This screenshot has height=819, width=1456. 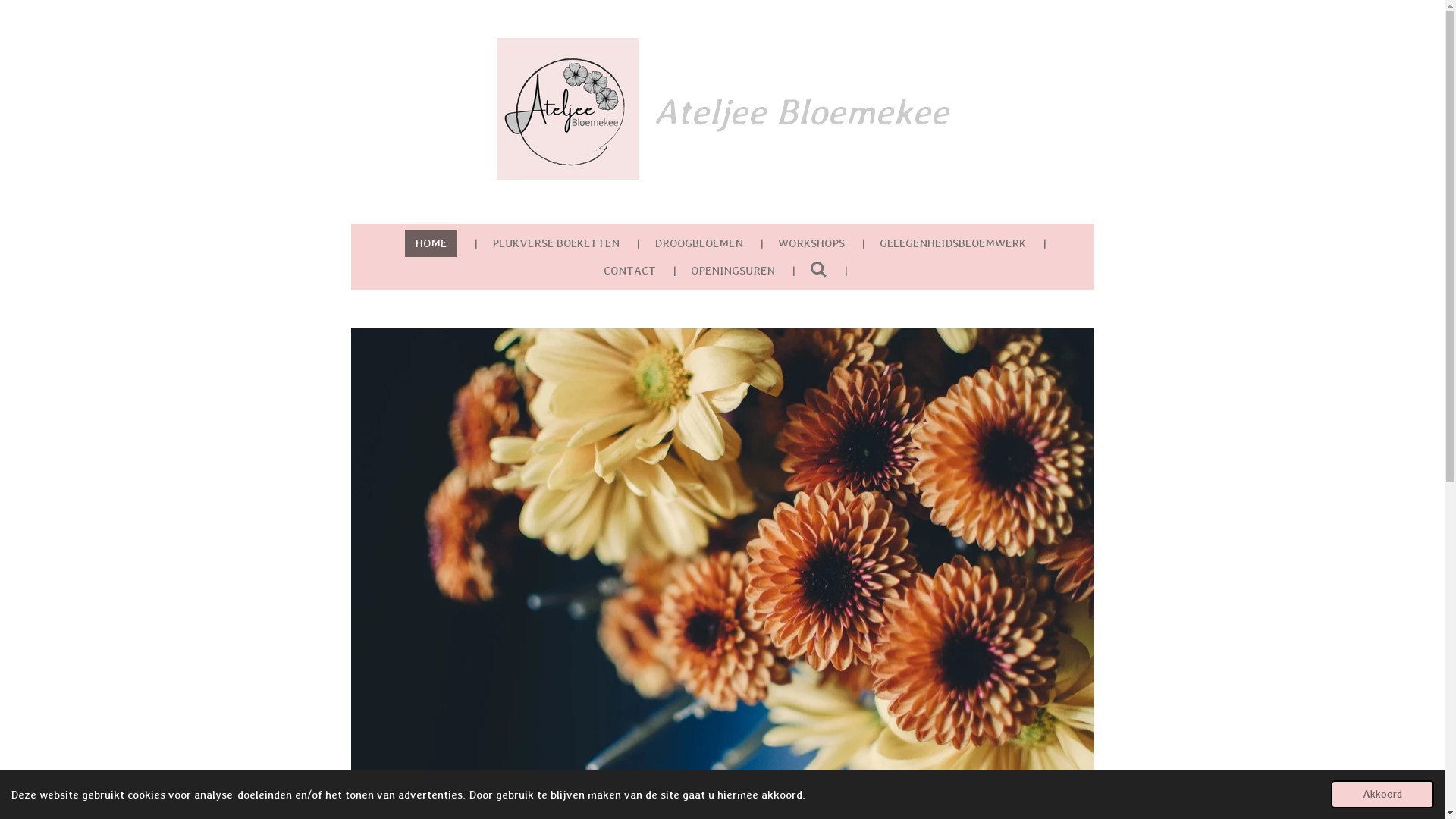 What do you see at coordinates (555, 242) in the screenshot?
I see `'PLUKVERSE BOEKETTEN'` at bounding box center [555, 242].